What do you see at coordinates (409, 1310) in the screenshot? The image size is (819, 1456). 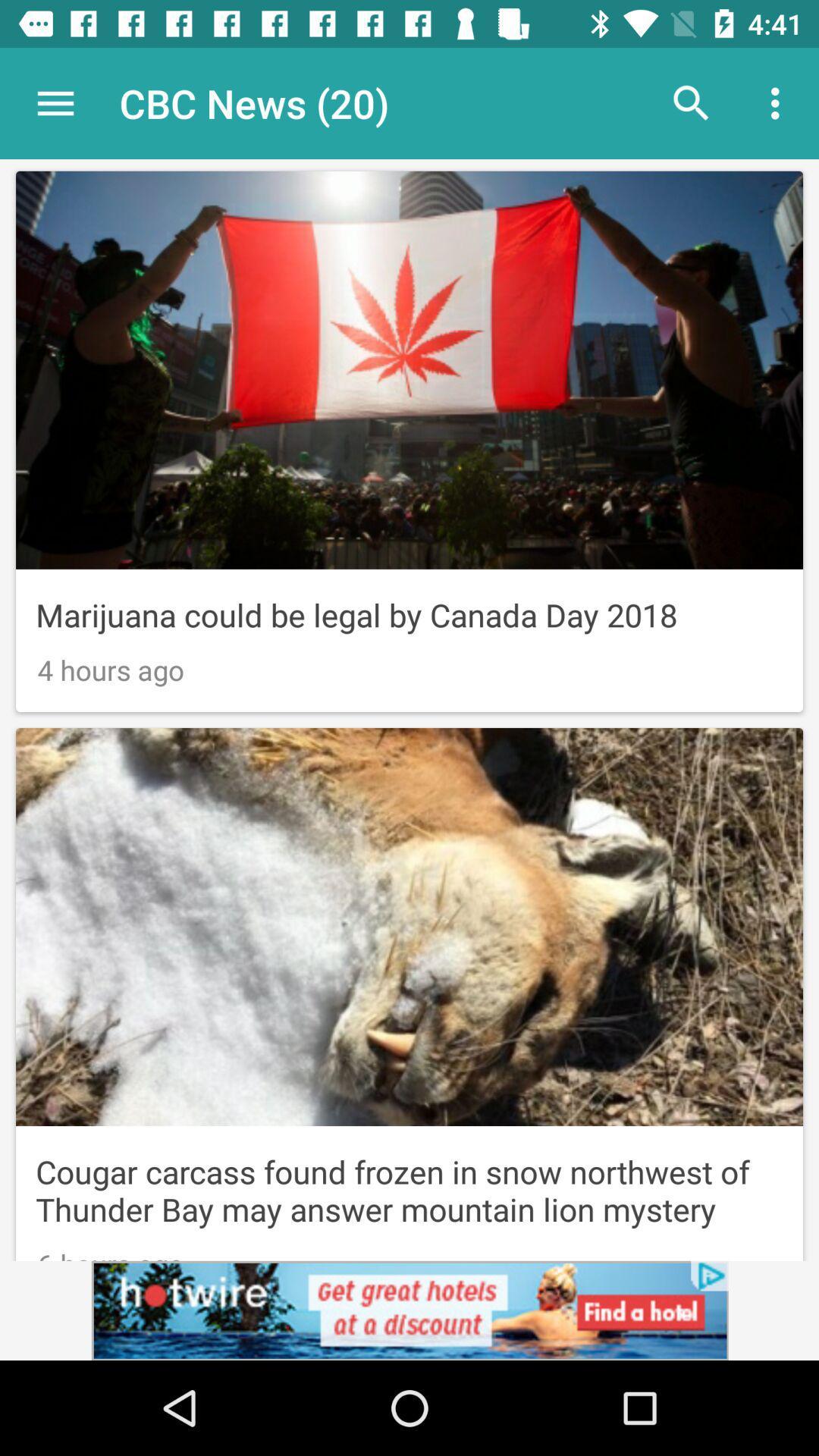 I see `click the advertisement` at bounding box center [409, 1310].